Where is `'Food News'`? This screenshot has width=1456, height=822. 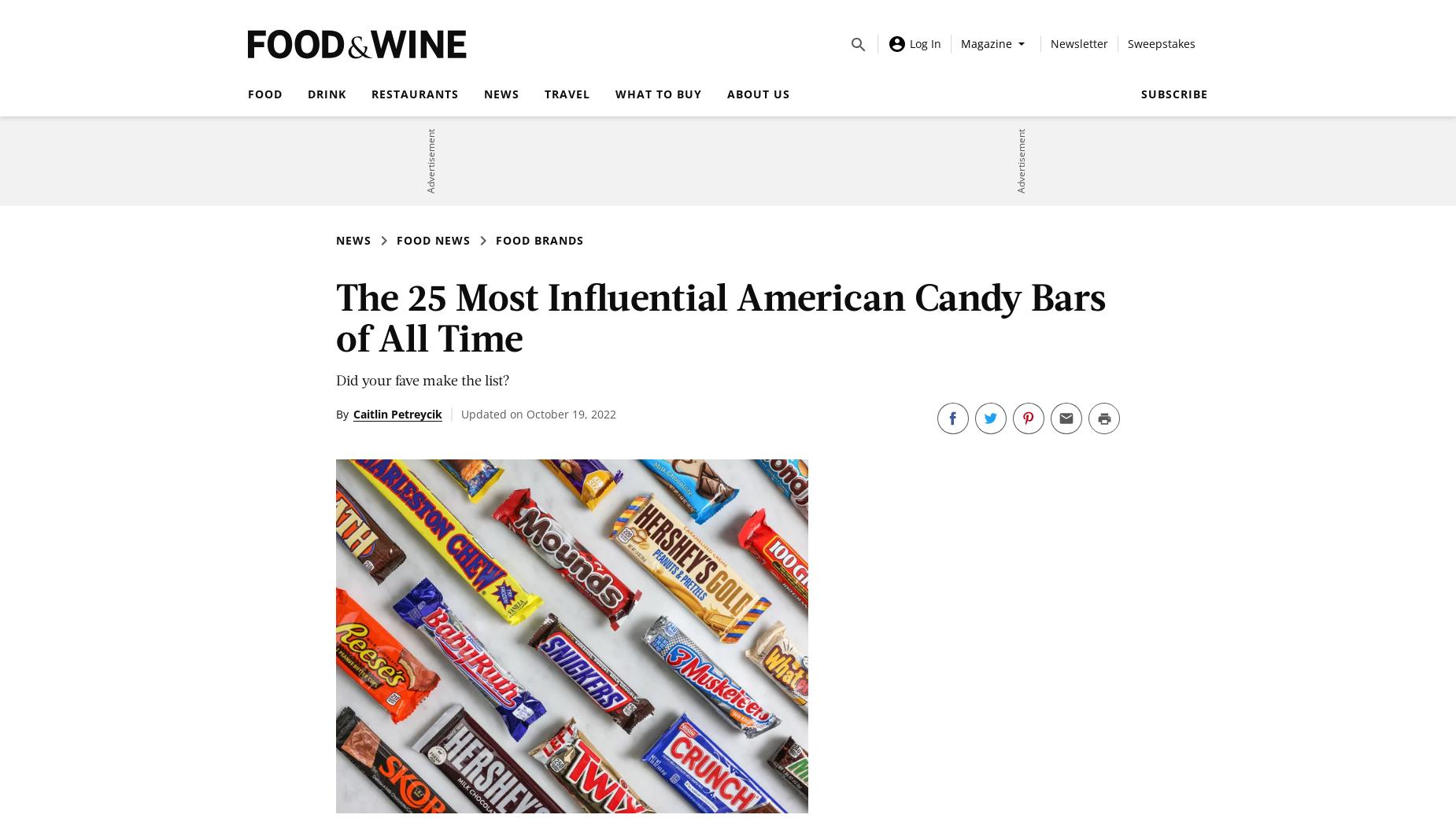 'Food News' is located at coordinates (433, 240).